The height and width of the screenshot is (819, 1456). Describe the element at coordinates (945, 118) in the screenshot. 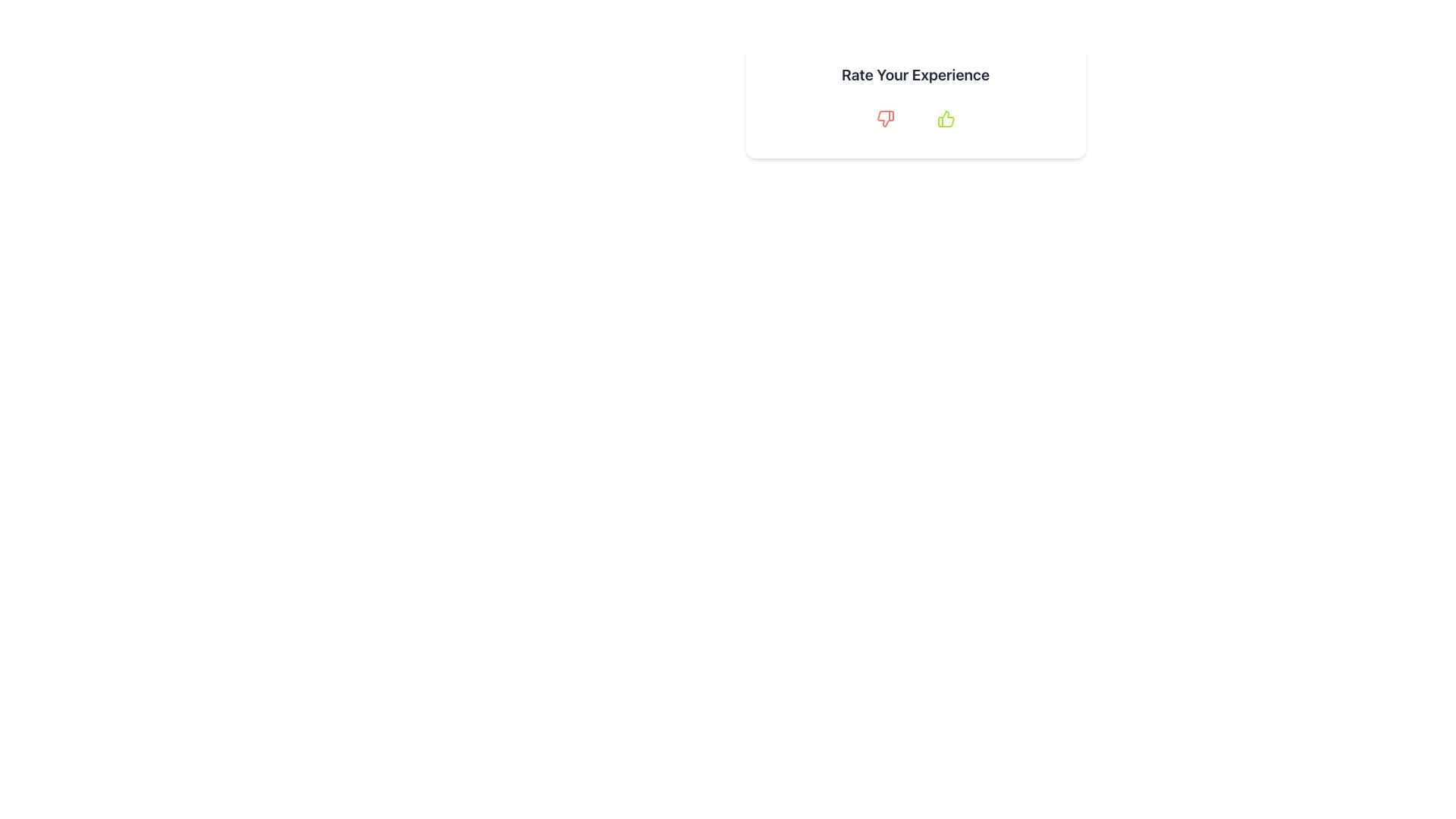

I see `the thumbs-up icon, which is a lime green icon with a detailed design, to provide a positive rating` at that location.